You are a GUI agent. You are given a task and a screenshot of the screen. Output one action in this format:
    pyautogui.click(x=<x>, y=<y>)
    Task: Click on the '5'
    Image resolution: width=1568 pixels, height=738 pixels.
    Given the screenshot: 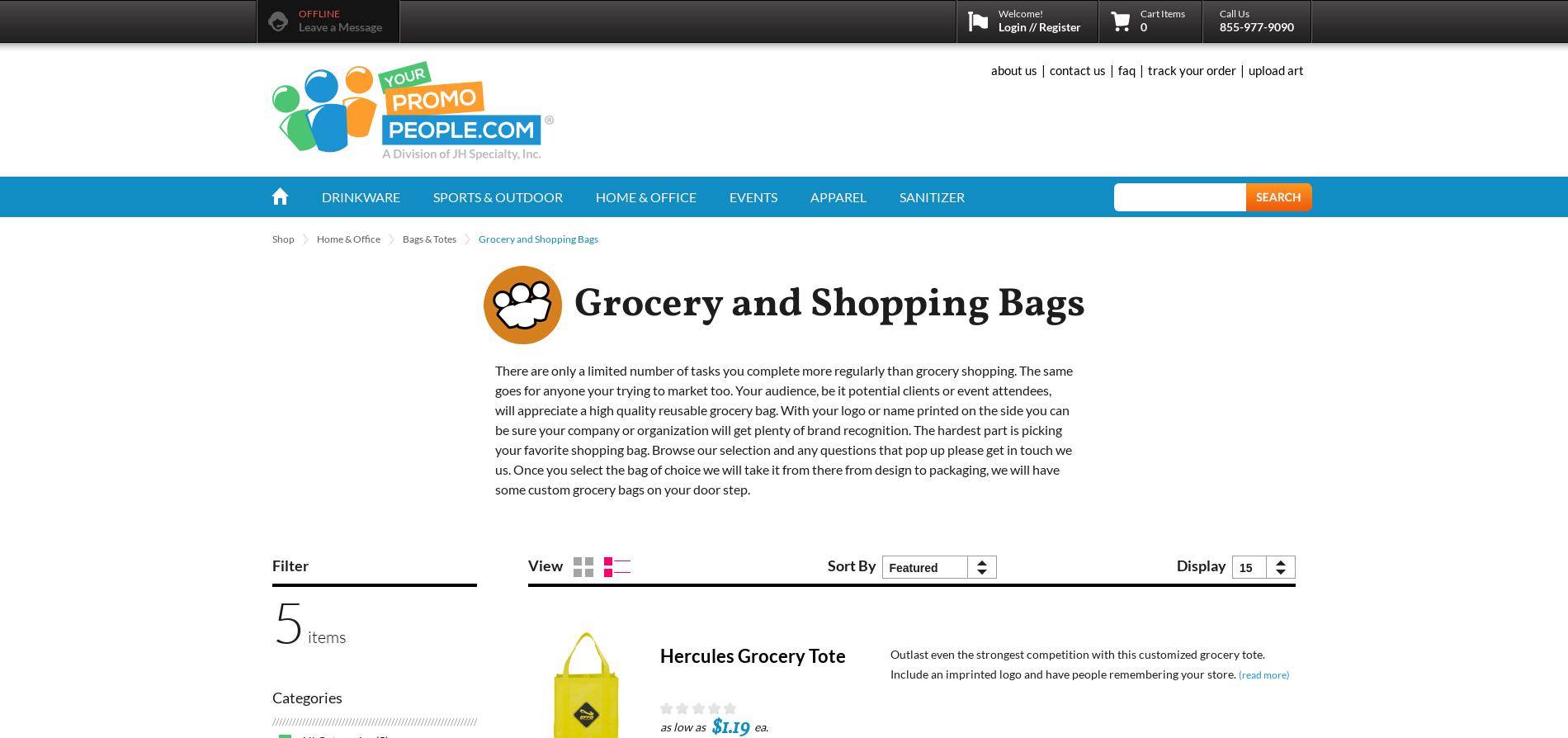 What is the action you would take?
    pyautogui.click(x=287, y=620)
    